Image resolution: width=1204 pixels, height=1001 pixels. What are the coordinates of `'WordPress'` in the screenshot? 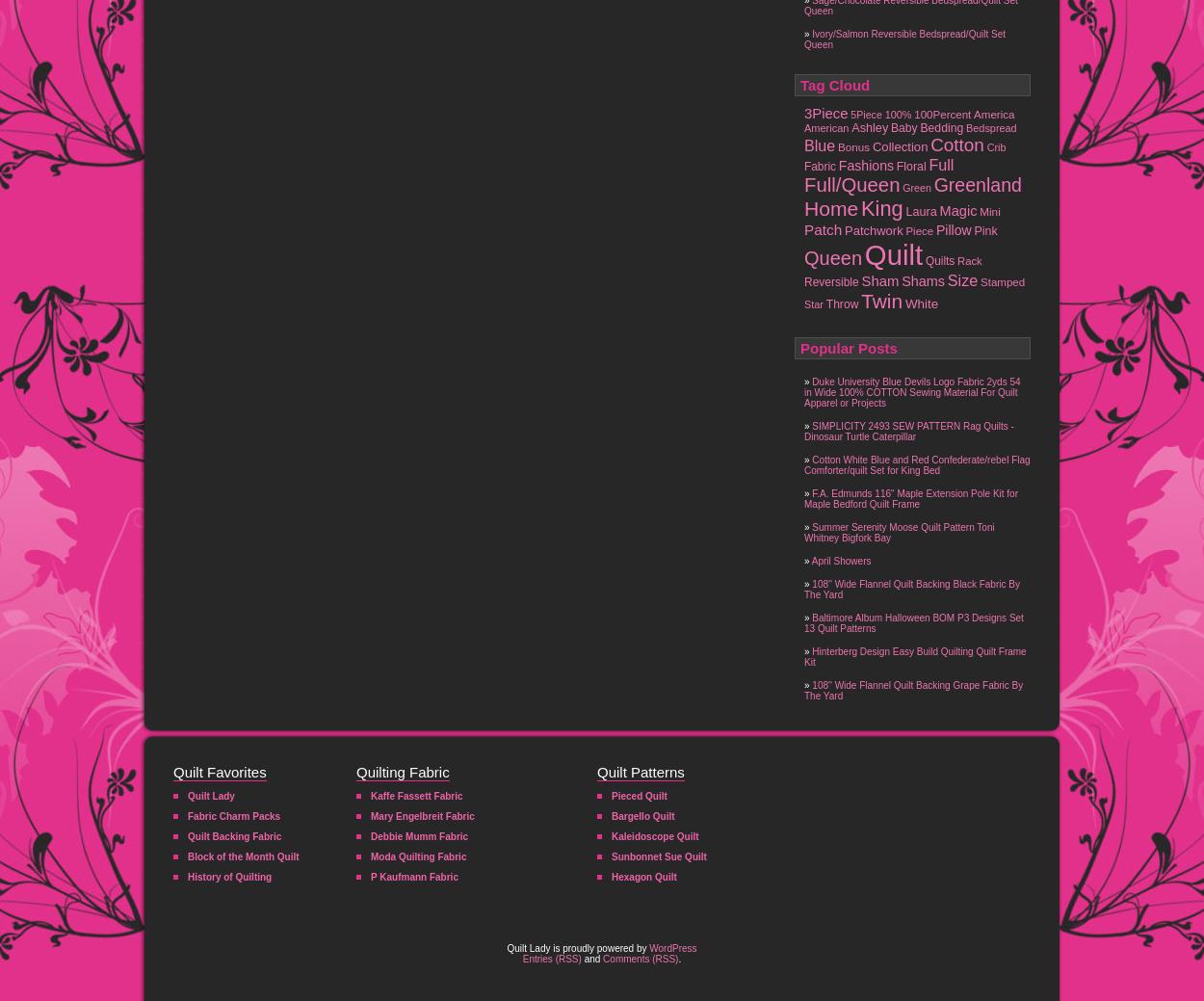 It's located at (671, 948).